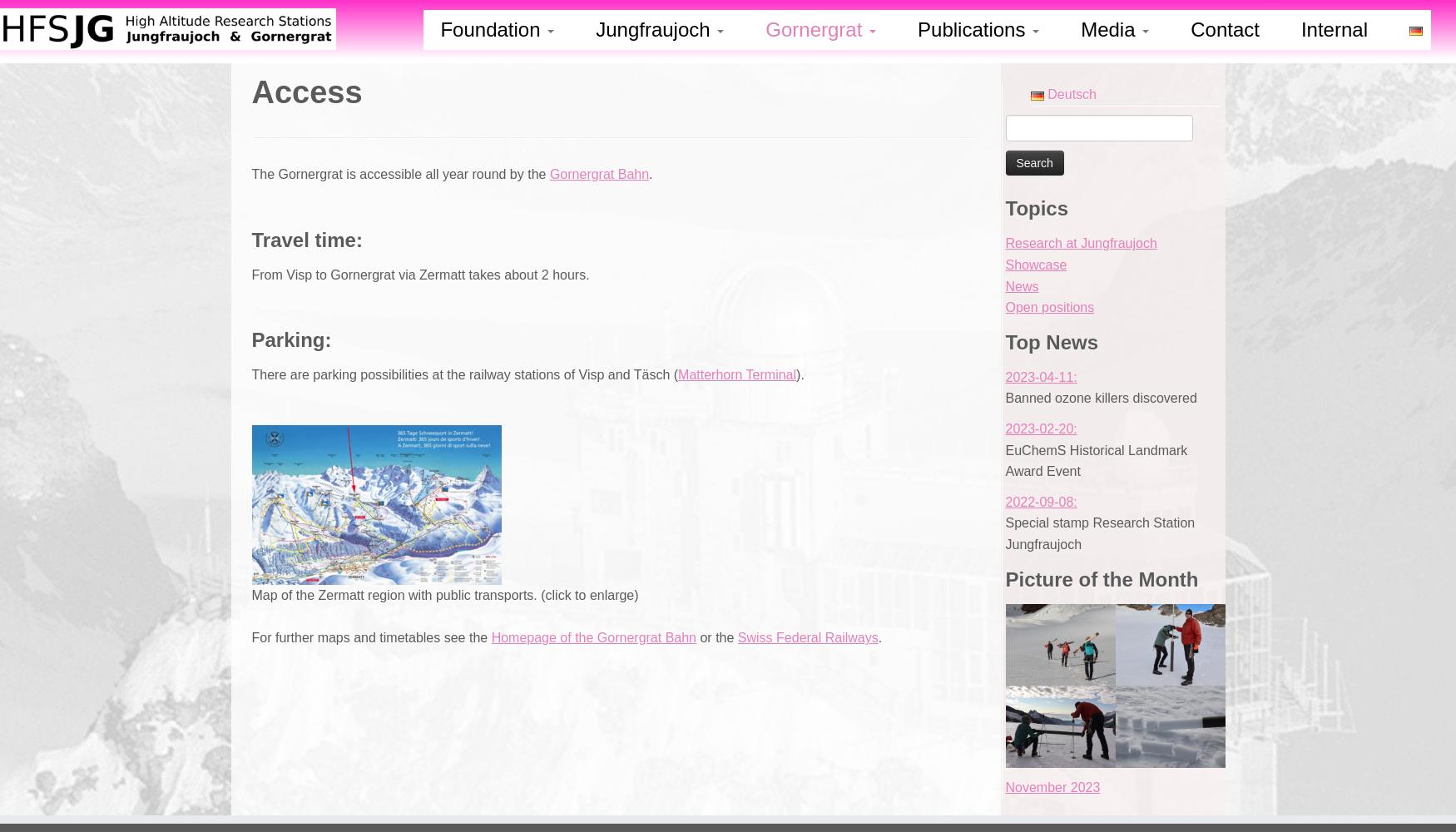 The width and height of the screenshot is (1456, 832). What do you see at coordinates (547, 173) in the screenshot?
I see `'Gornergrat Bahn'` at bounding box center [547, 173].